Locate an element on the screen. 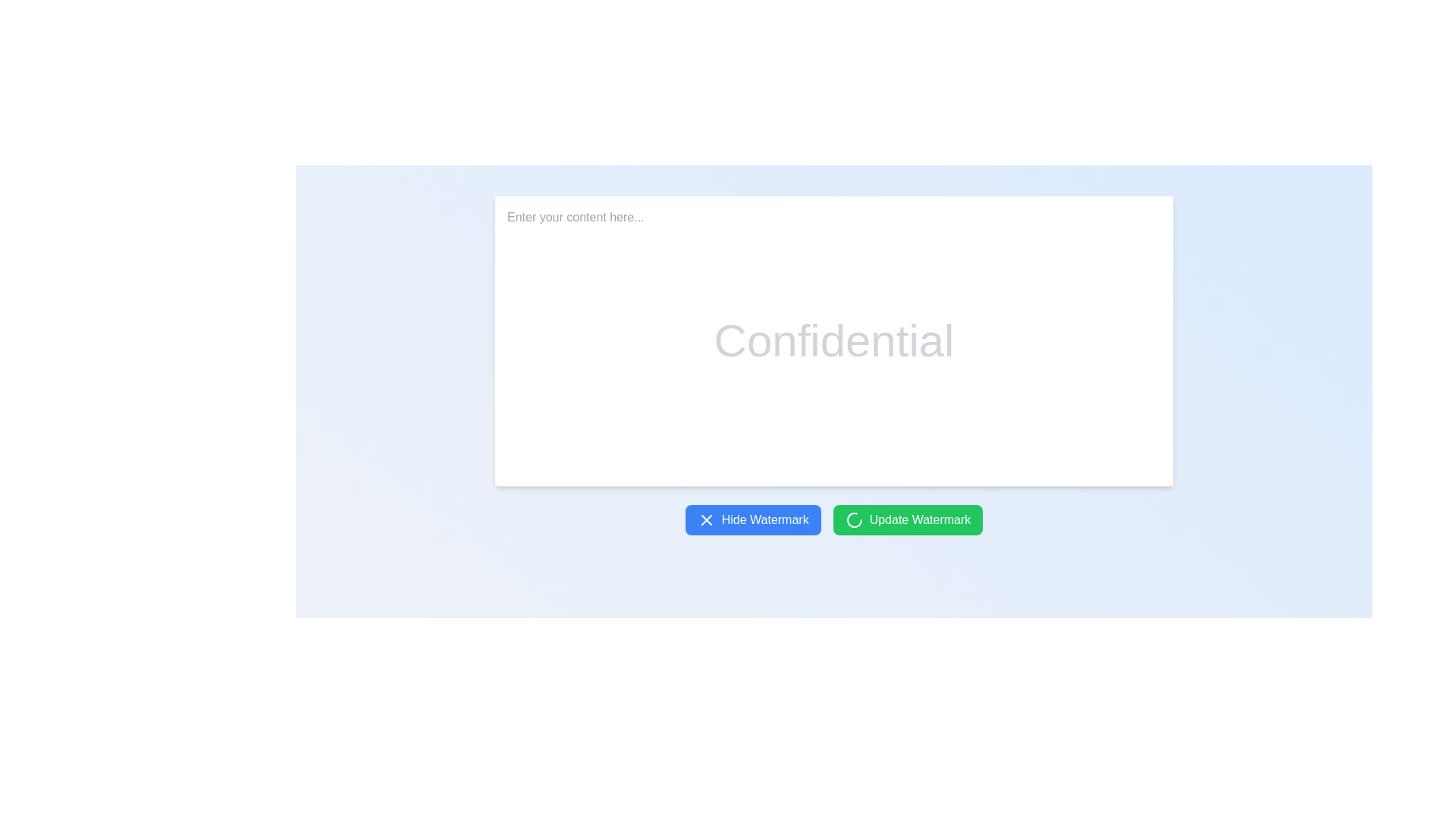 Image resolution: width=1456 pixels, height=819 pixels. the close icon styled with the 'lucide-x' class located at the top-right corner of the modal to observe any visual effects is located at coordinates (705, 519).